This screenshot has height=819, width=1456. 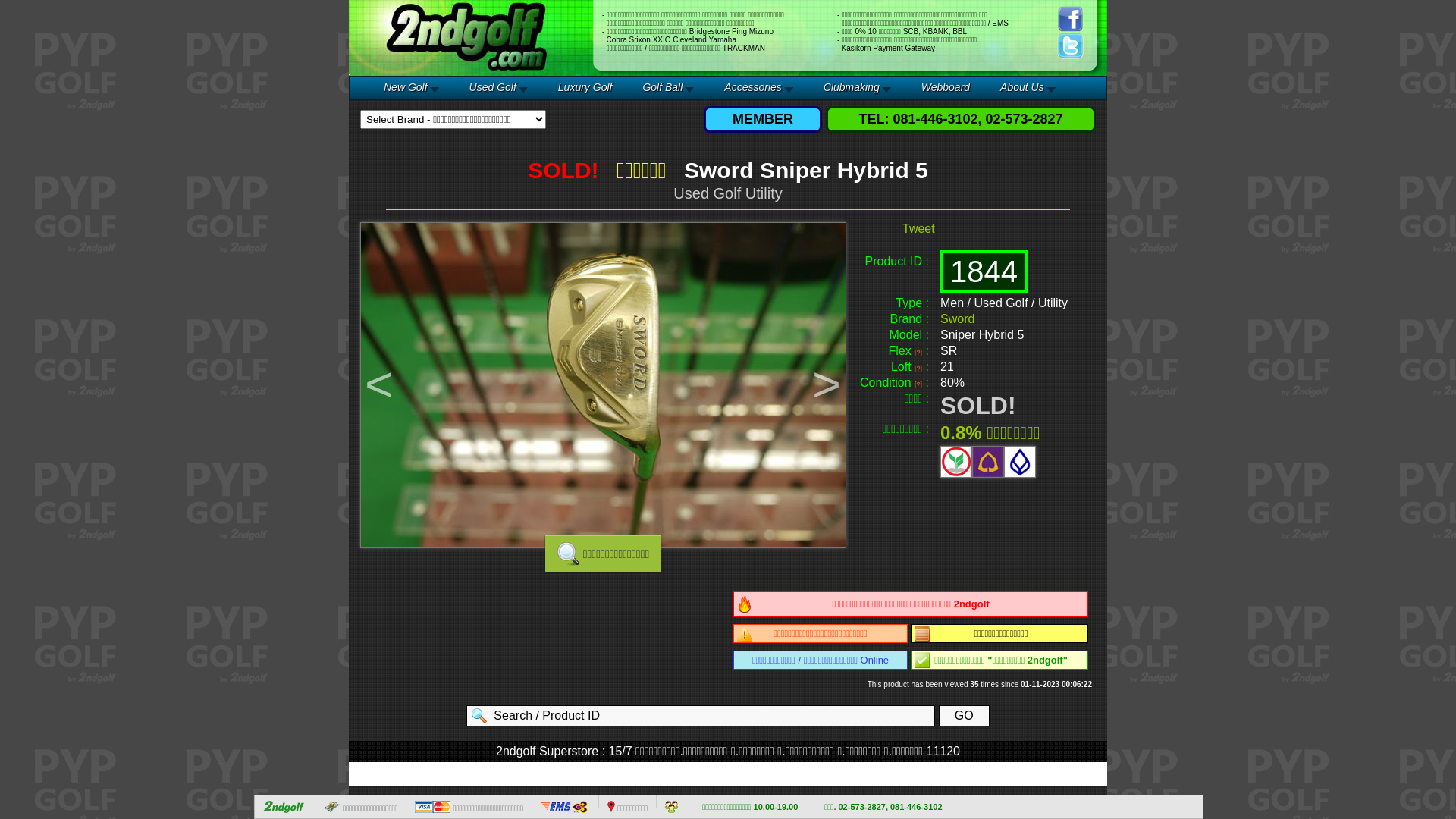 I want to click on 'Webboard', so click(x=945, y=87).